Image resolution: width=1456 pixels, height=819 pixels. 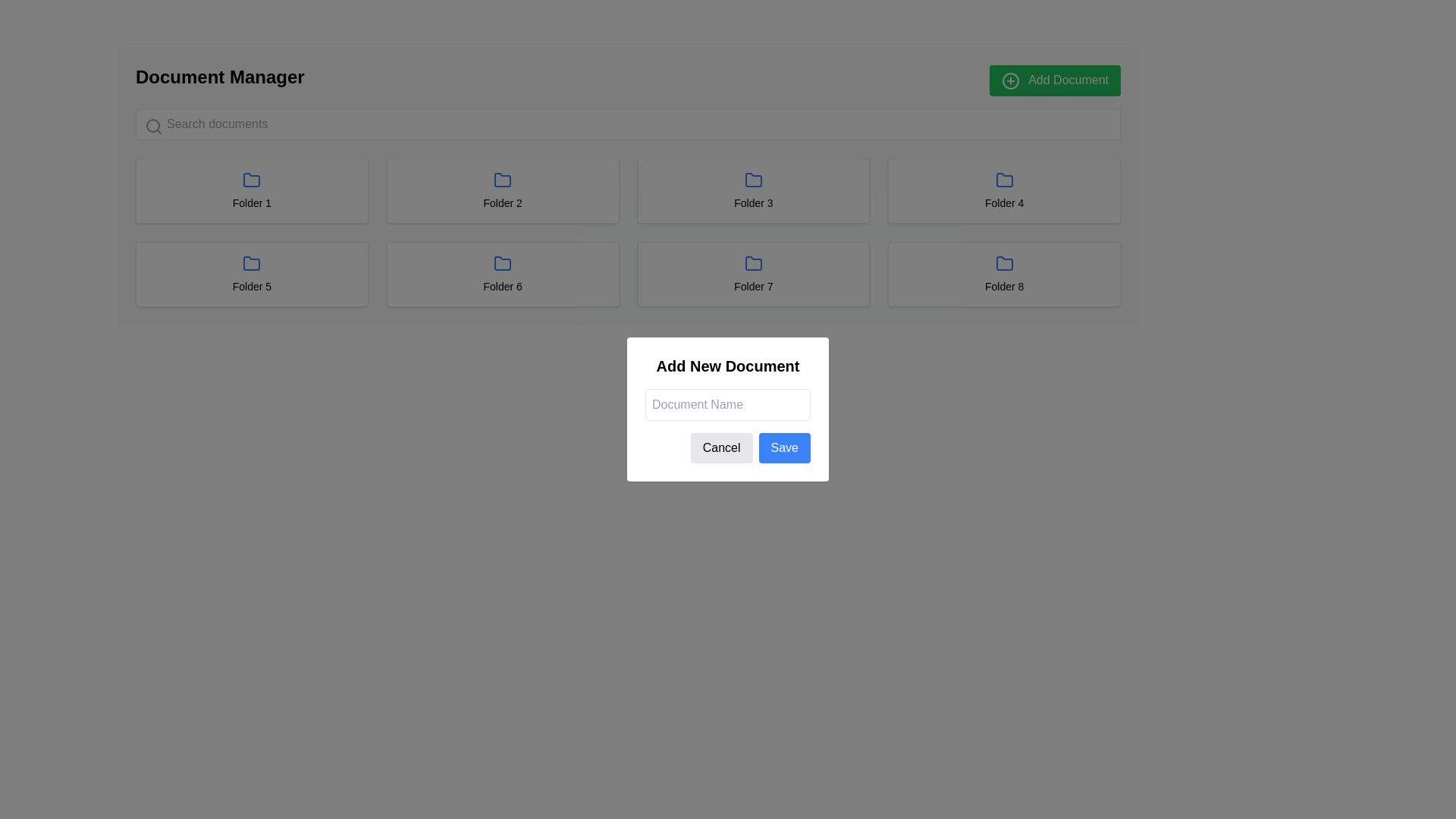 I want to click on the interior shape of the folder icon located in the first row and first column of the folder layout, within 'Folder 1', so click(x=252, y=179).